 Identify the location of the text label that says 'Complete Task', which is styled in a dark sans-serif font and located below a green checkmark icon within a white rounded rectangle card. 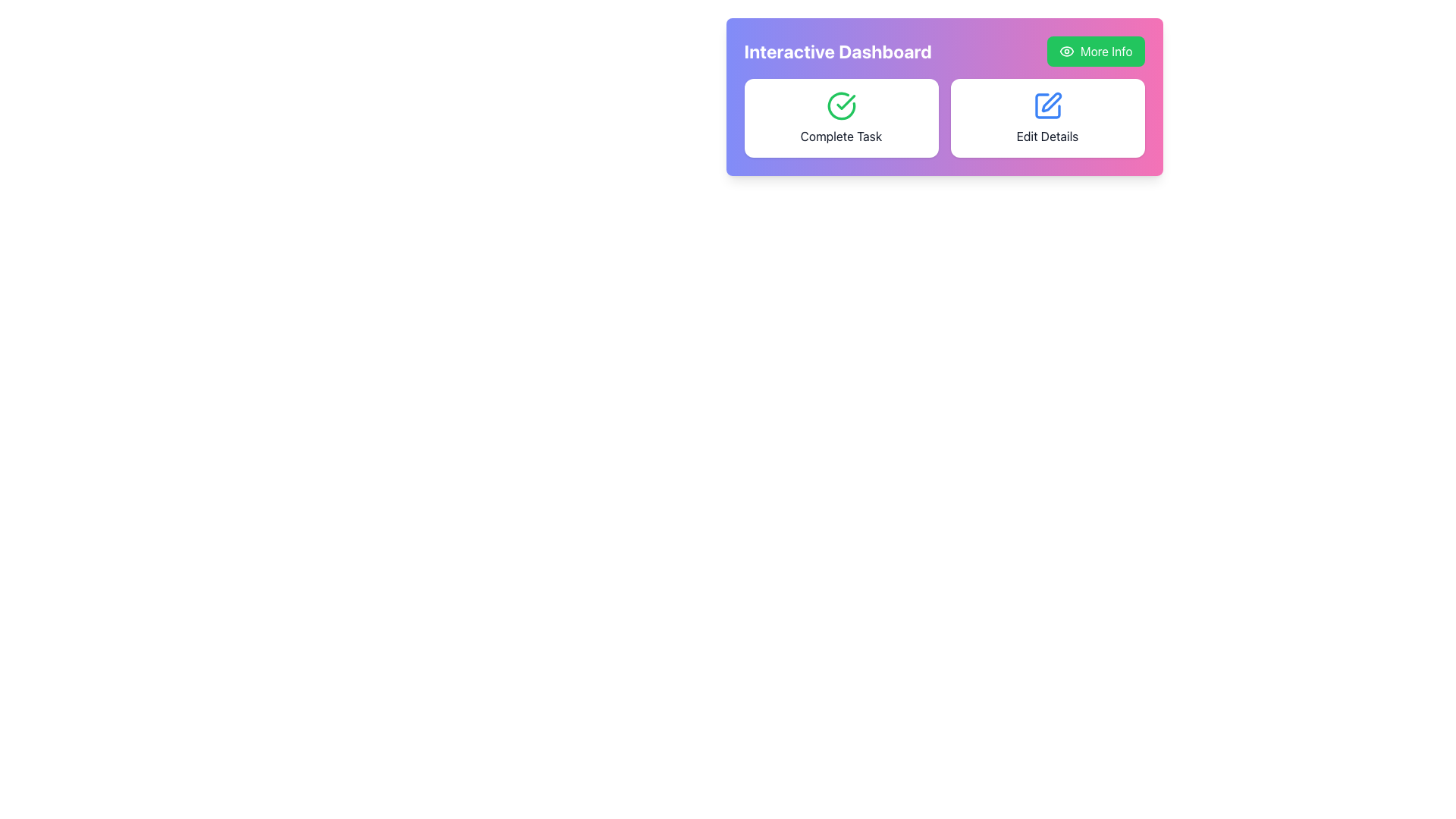
(840, 136).